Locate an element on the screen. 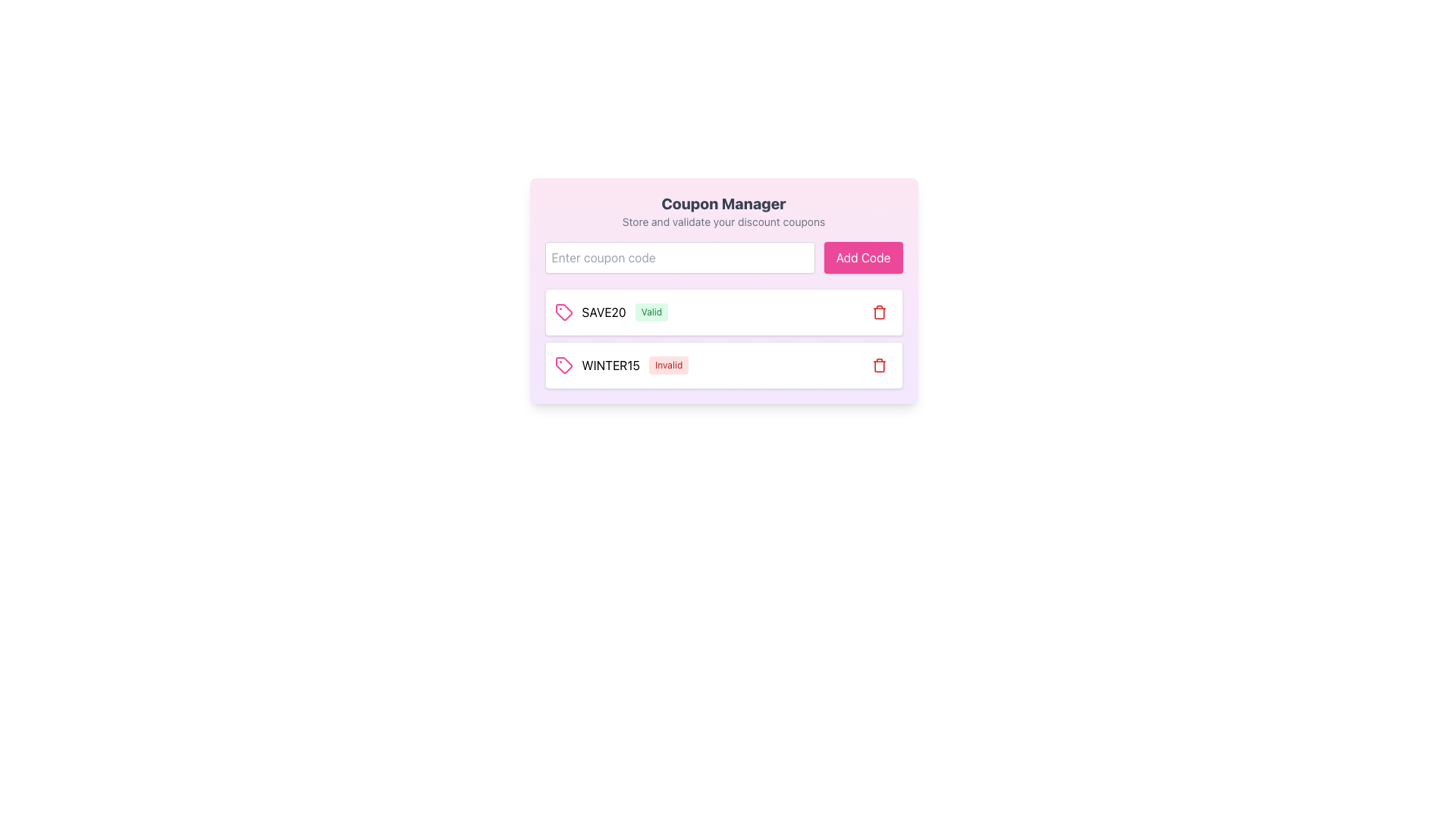 This screenshot has width=1456, height=819. text label displaying 'Store and validate your discount coupons.' located beneath the 'Coupon Manager' title is located at coordinates (723, 222).